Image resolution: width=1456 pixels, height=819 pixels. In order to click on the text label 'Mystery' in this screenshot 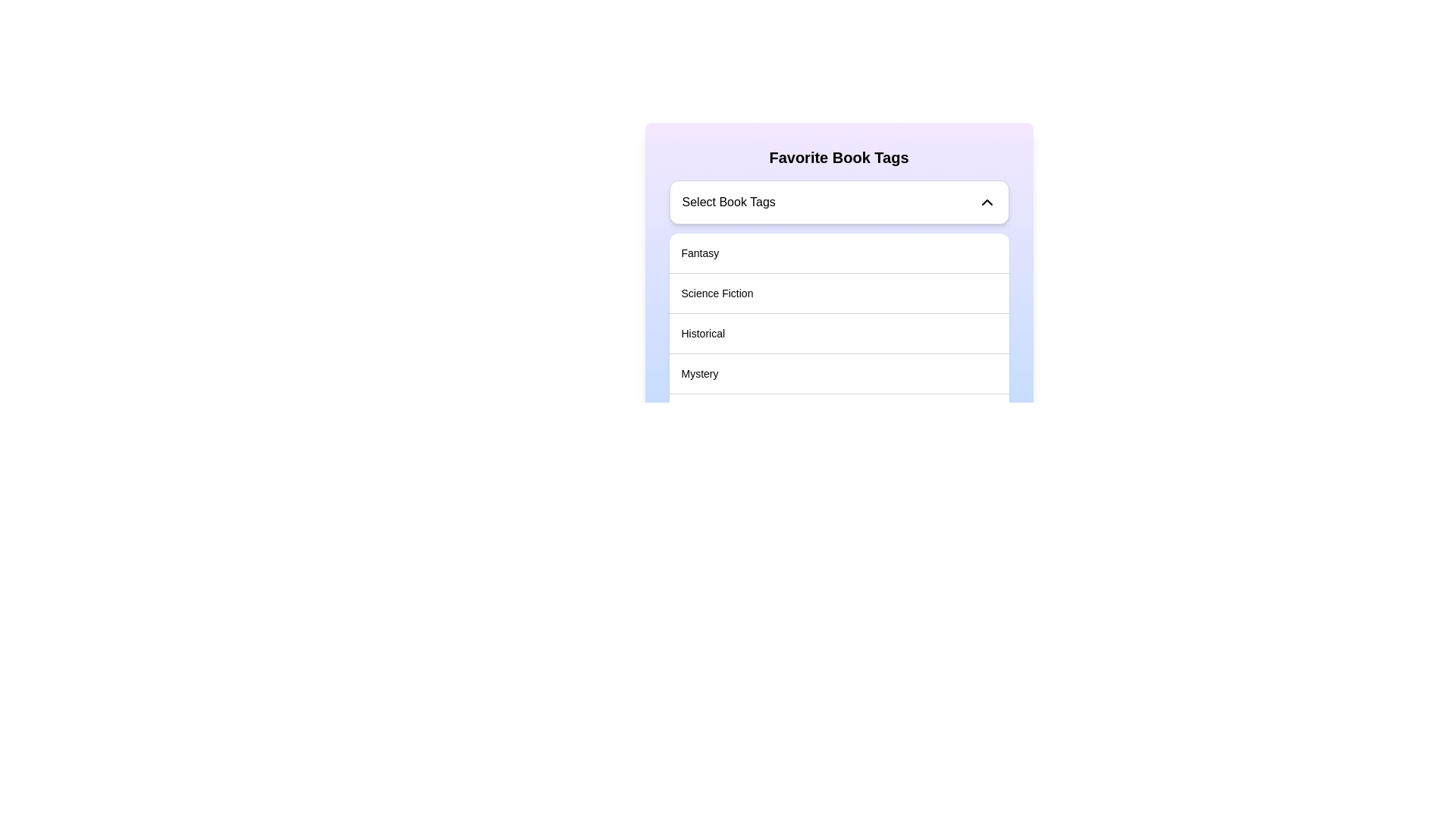, I will do `click(698, 374)`.